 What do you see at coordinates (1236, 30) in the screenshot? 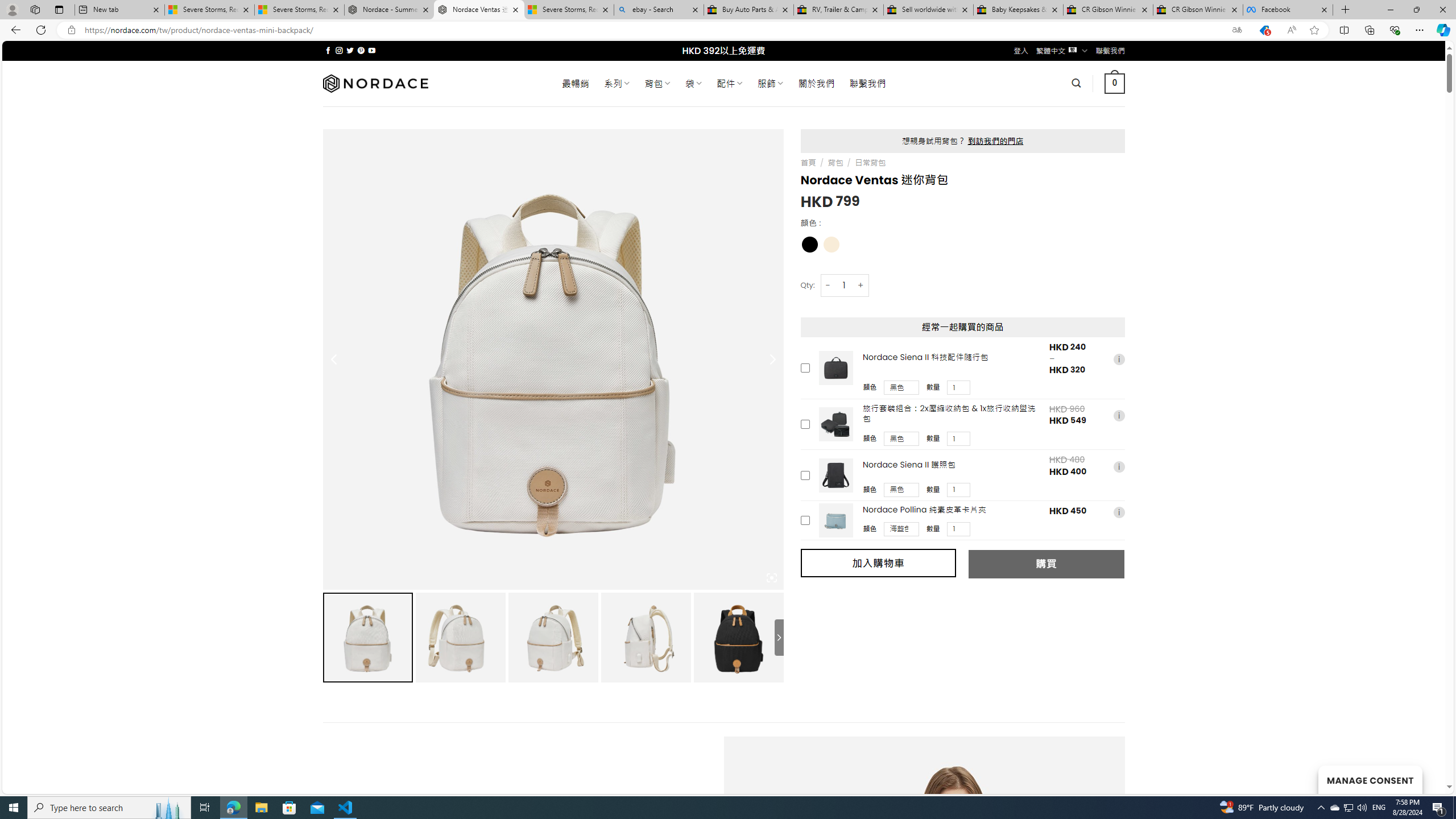
I see `'Show translate options'` at bounding box center [1236, 30].